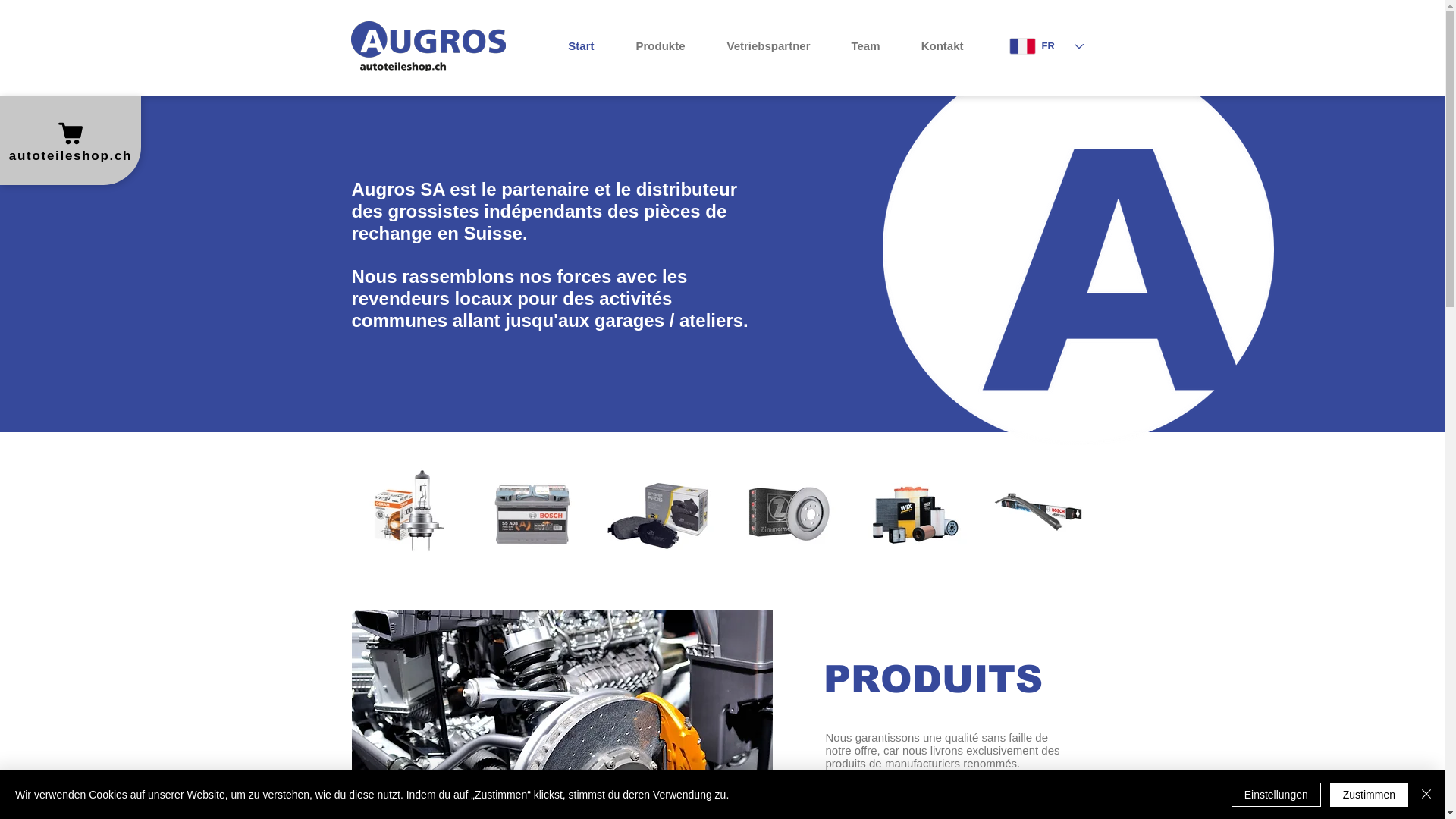 The height and width of the screenshot is (819, 1456). Describe the element at coordinates (69, 140) in the screenshot. I see `'autoteileshop.ch'` at that location.